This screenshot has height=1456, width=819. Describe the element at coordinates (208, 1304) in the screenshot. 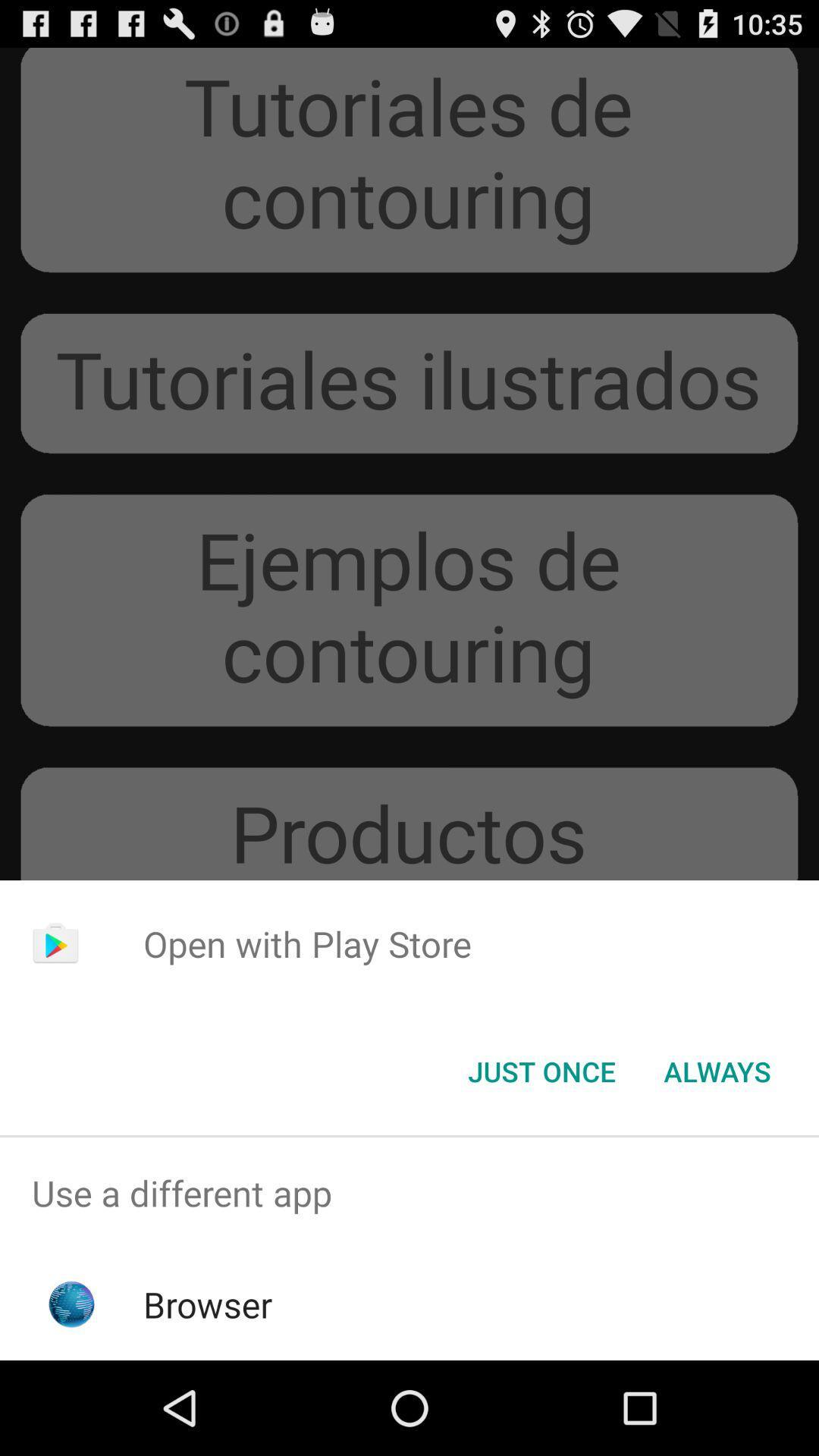

I see `the browser icon` at that location.